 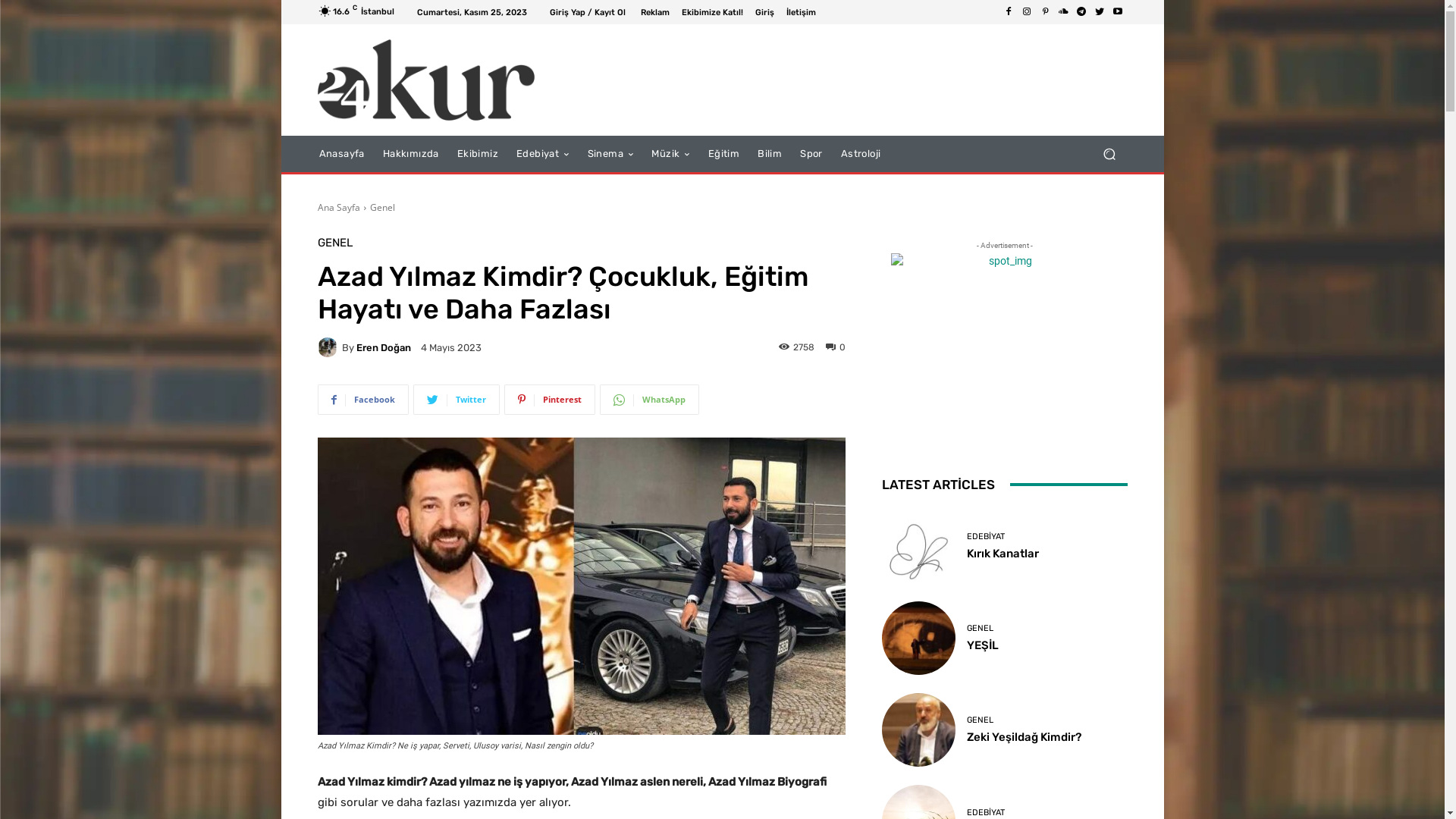 I want to click on 'Edebiyat', so click(x=542, y=154).